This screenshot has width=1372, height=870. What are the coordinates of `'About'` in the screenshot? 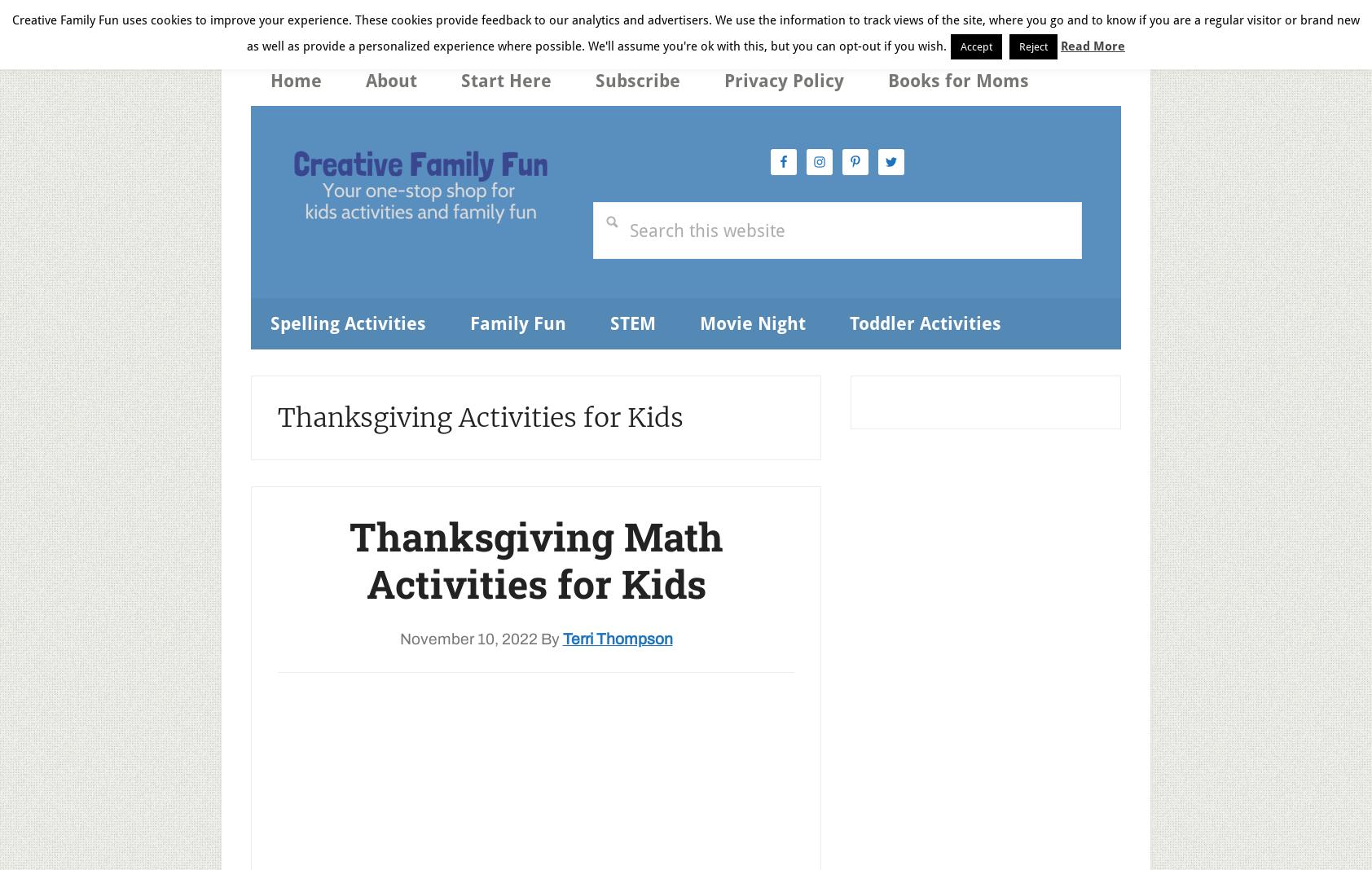 It's located at (364, 80).